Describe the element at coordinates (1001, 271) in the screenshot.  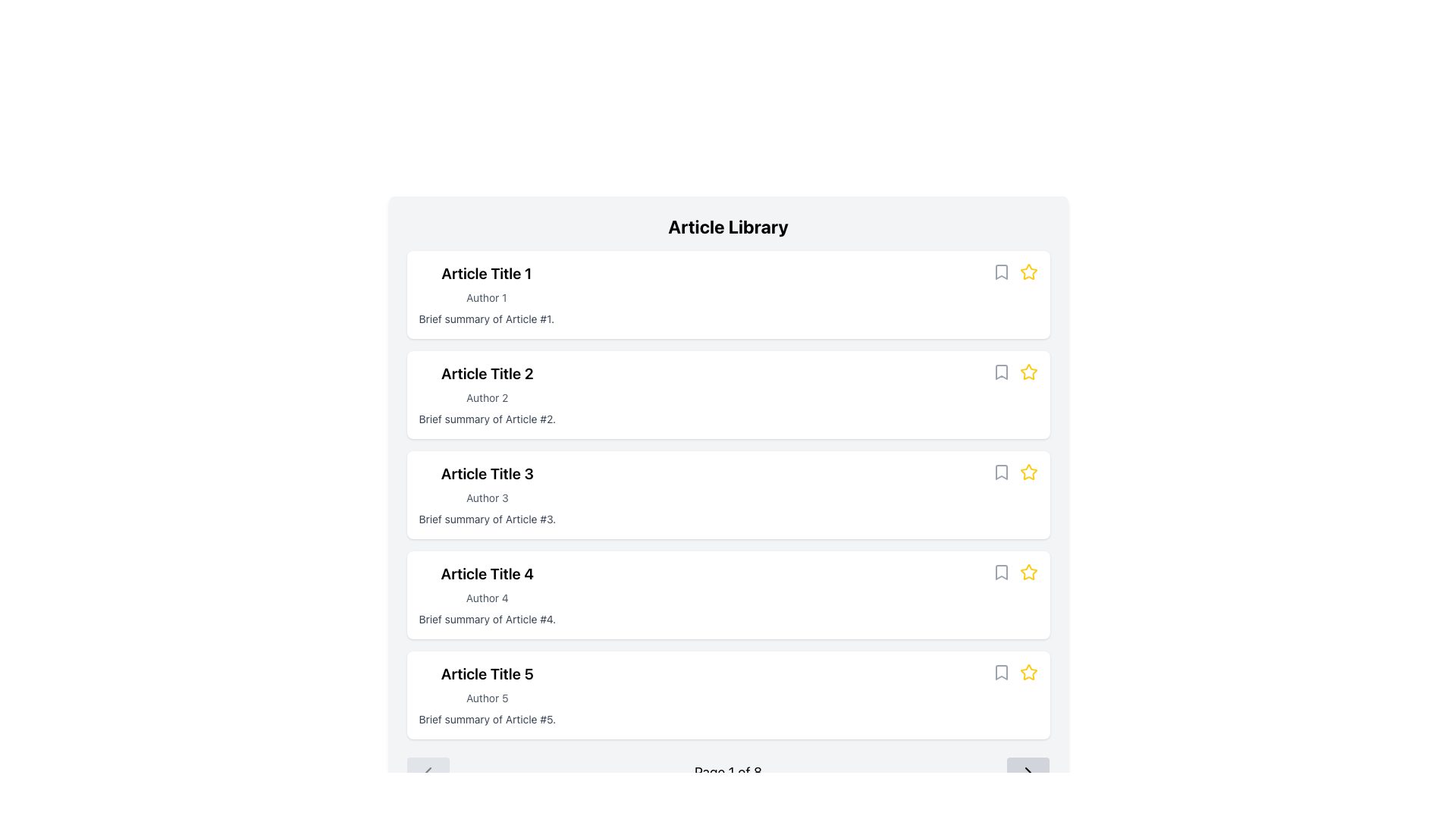
I see `the bookmark status icon located in the top-right corner of the first article card` at that location.